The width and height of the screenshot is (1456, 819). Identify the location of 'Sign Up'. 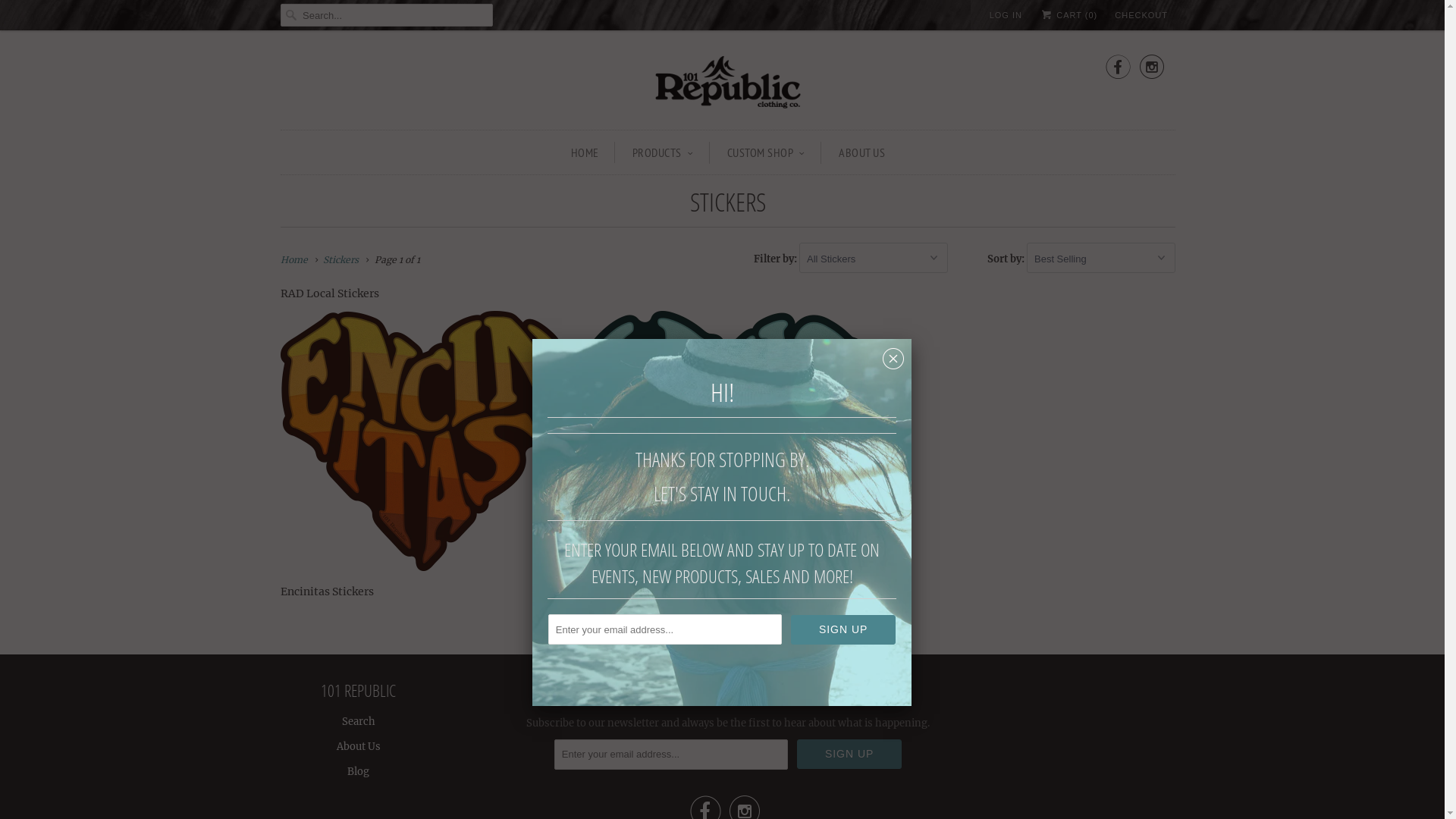
(789, 629).